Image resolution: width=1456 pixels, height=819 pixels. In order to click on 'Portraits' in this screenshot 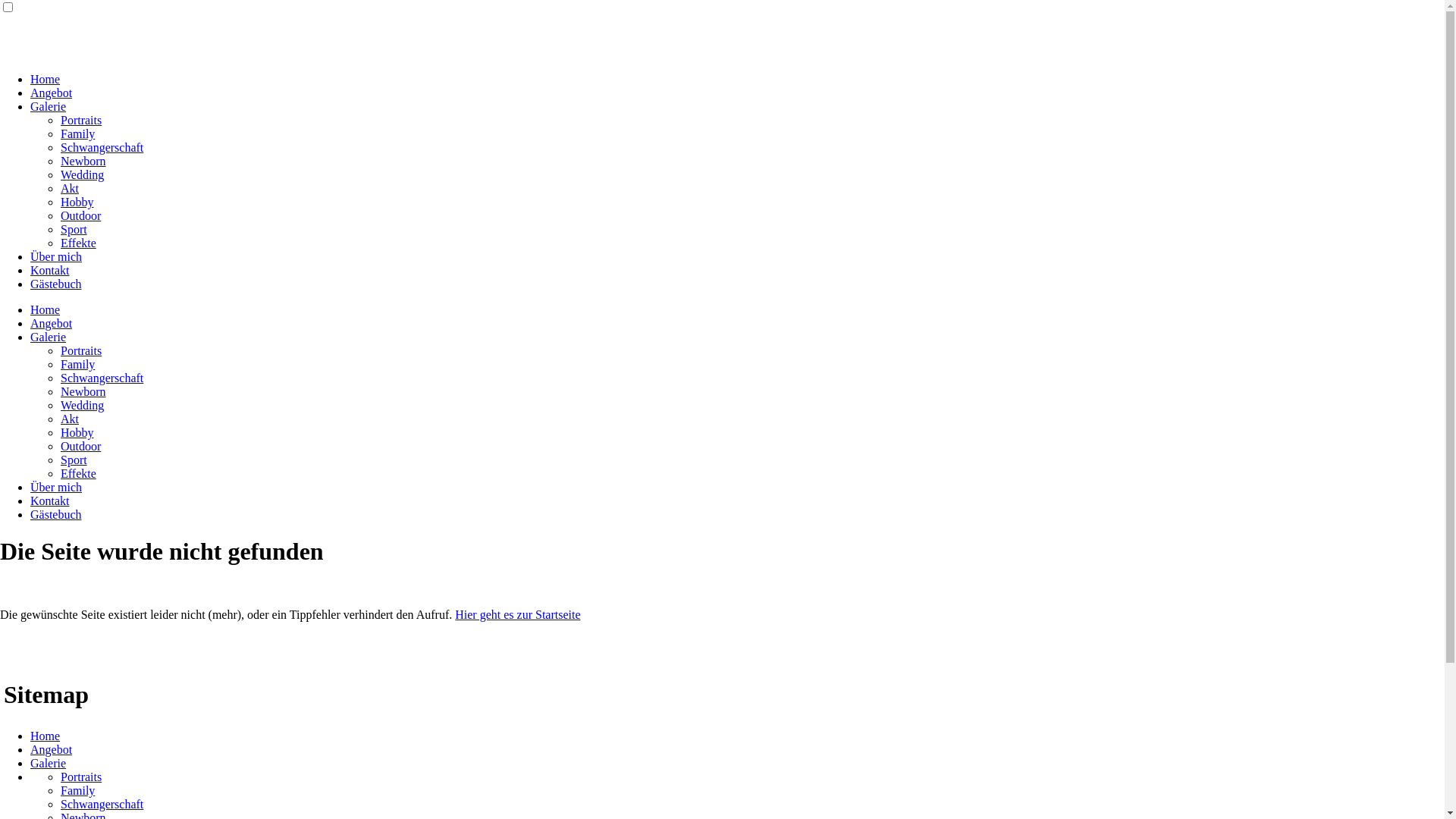, I will do `click(80, 119)`.